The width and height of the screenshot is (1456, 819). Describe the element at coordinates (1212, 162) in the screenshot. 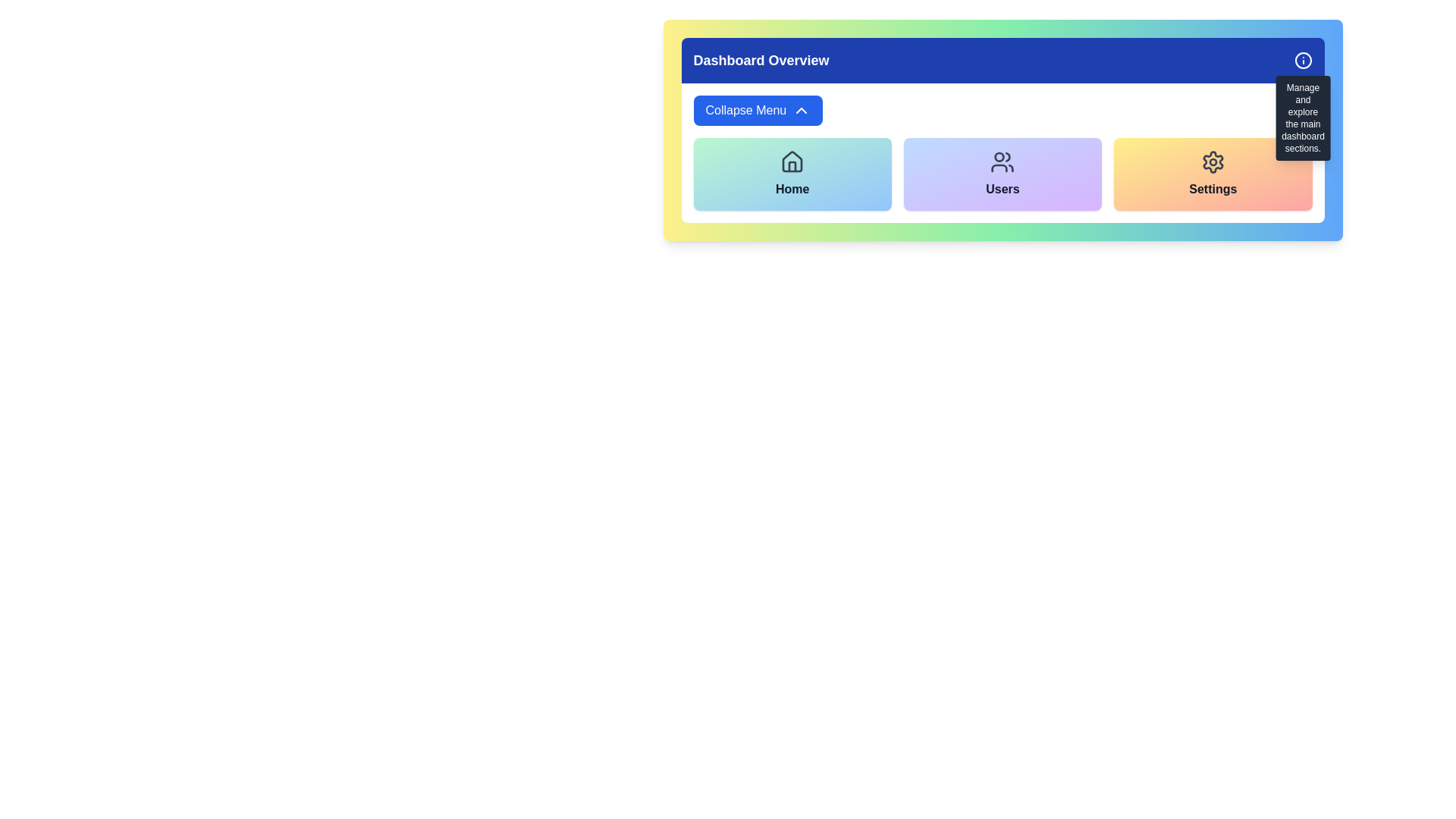

I see `the settings icon located to the right of the 'Settings' section, which indicates configuration options for the application` at that location.